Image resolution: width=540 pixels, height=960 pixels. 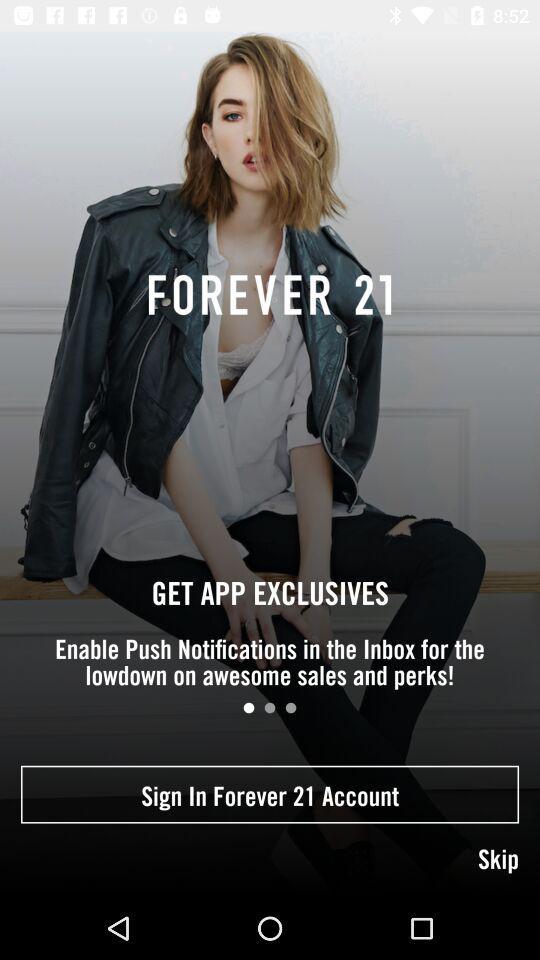 What do you see at coordinates (270, 794) in the screenshot?
I see `icon above skip item` at bounding box center [270, 794].